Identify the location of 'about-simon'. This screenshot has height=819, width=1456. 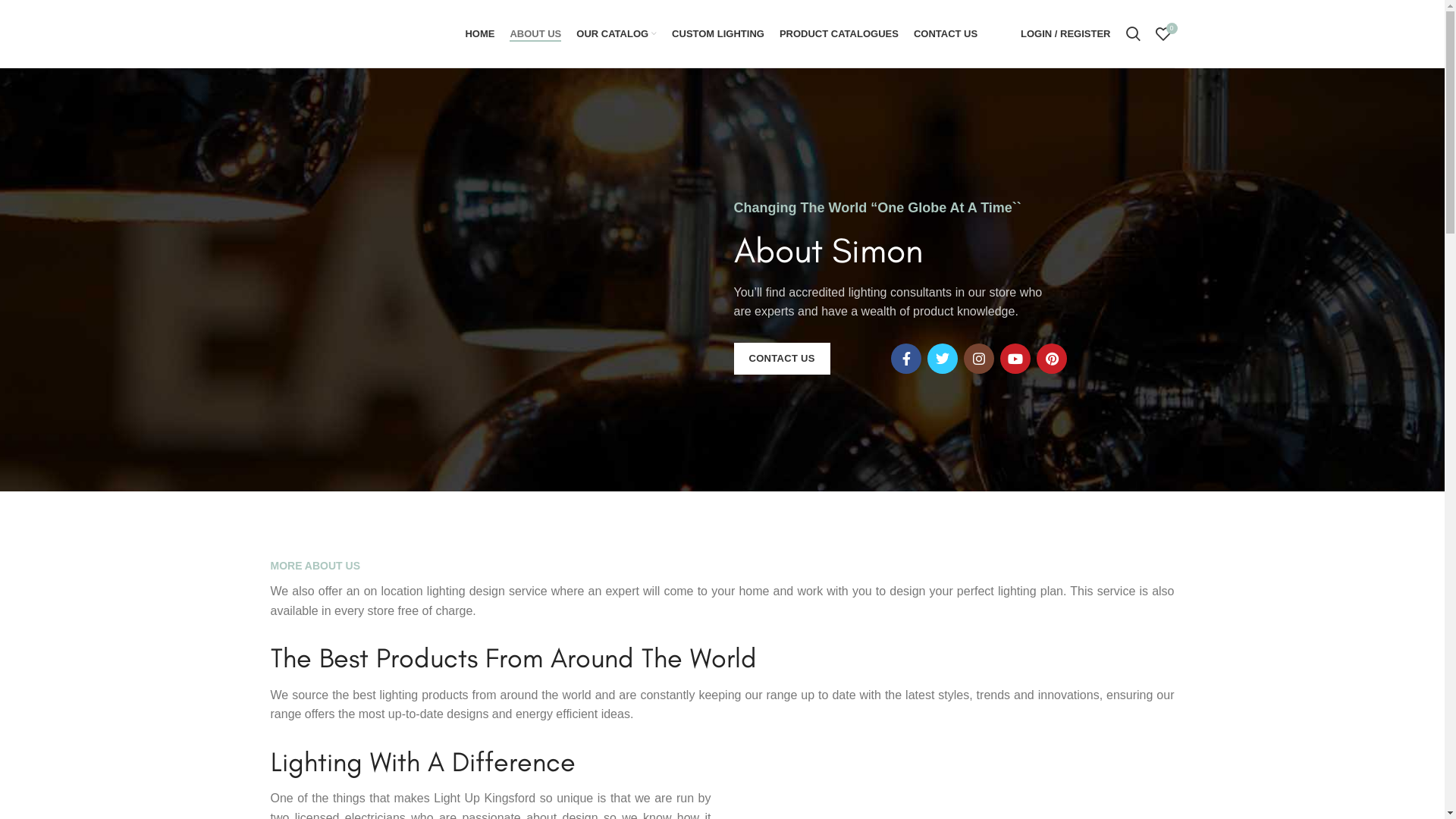
(585, 287).